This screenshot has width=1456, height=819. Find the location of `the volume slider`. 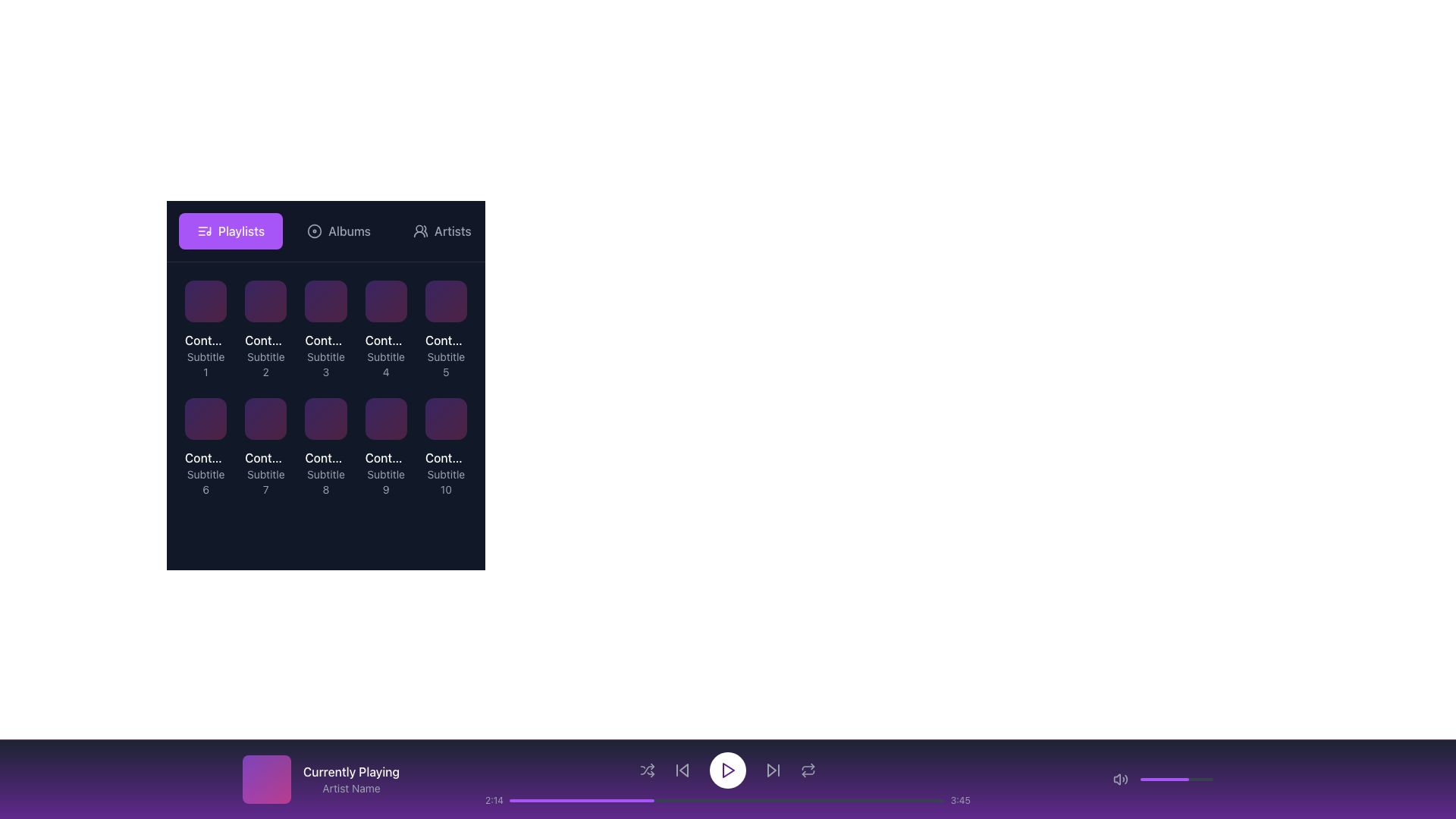

the volume slider is located at coordinates (1162, 780).